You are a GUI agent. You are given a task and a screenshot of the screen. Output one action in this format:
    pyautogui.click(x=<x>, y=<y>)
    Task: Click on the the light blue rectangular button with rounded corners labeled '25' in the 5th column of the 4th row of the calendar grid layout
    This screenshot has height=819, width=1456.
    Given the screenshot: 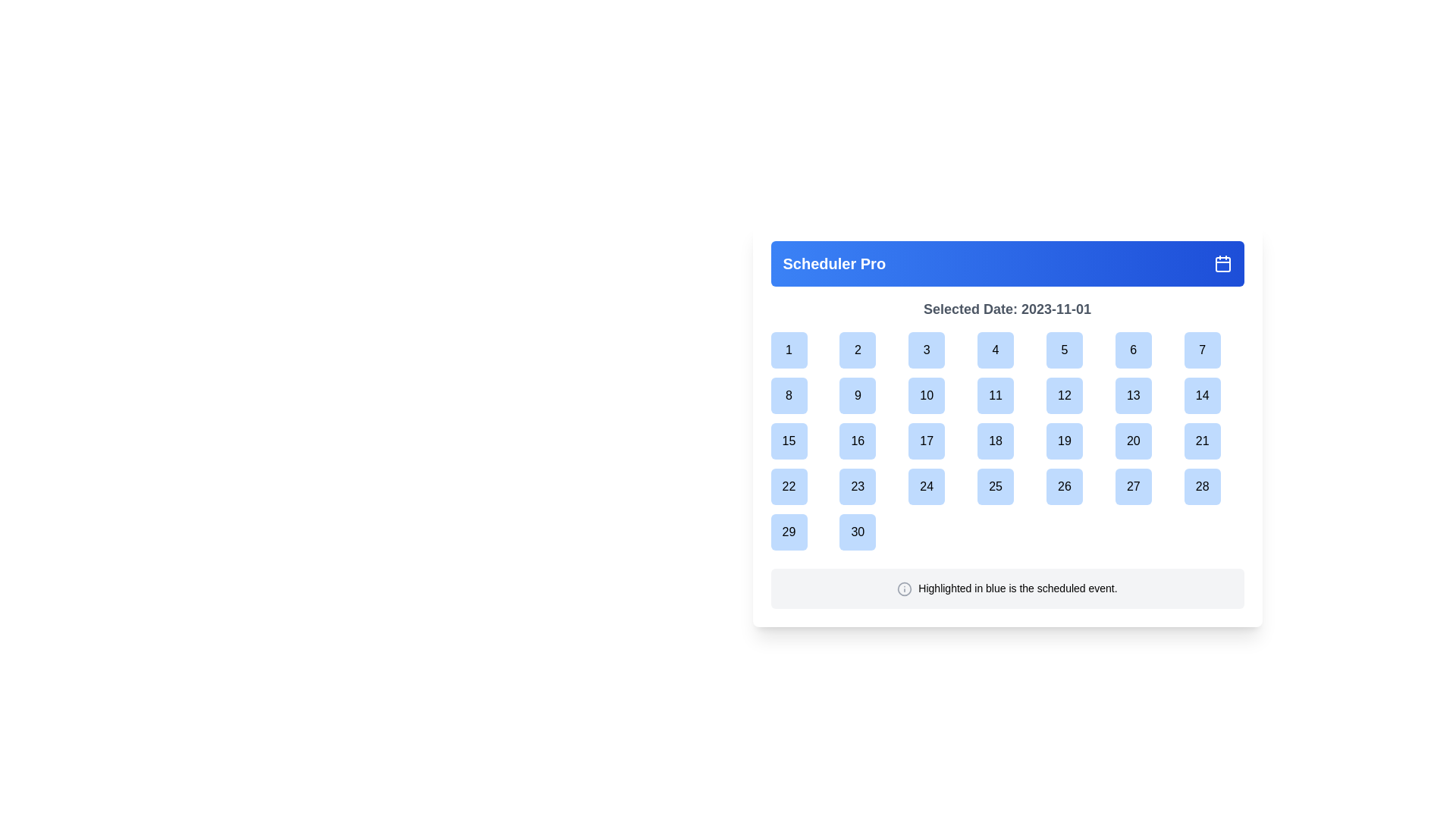 What is the action you would take?
    pyautogui.click(x=1007, y=486)
    